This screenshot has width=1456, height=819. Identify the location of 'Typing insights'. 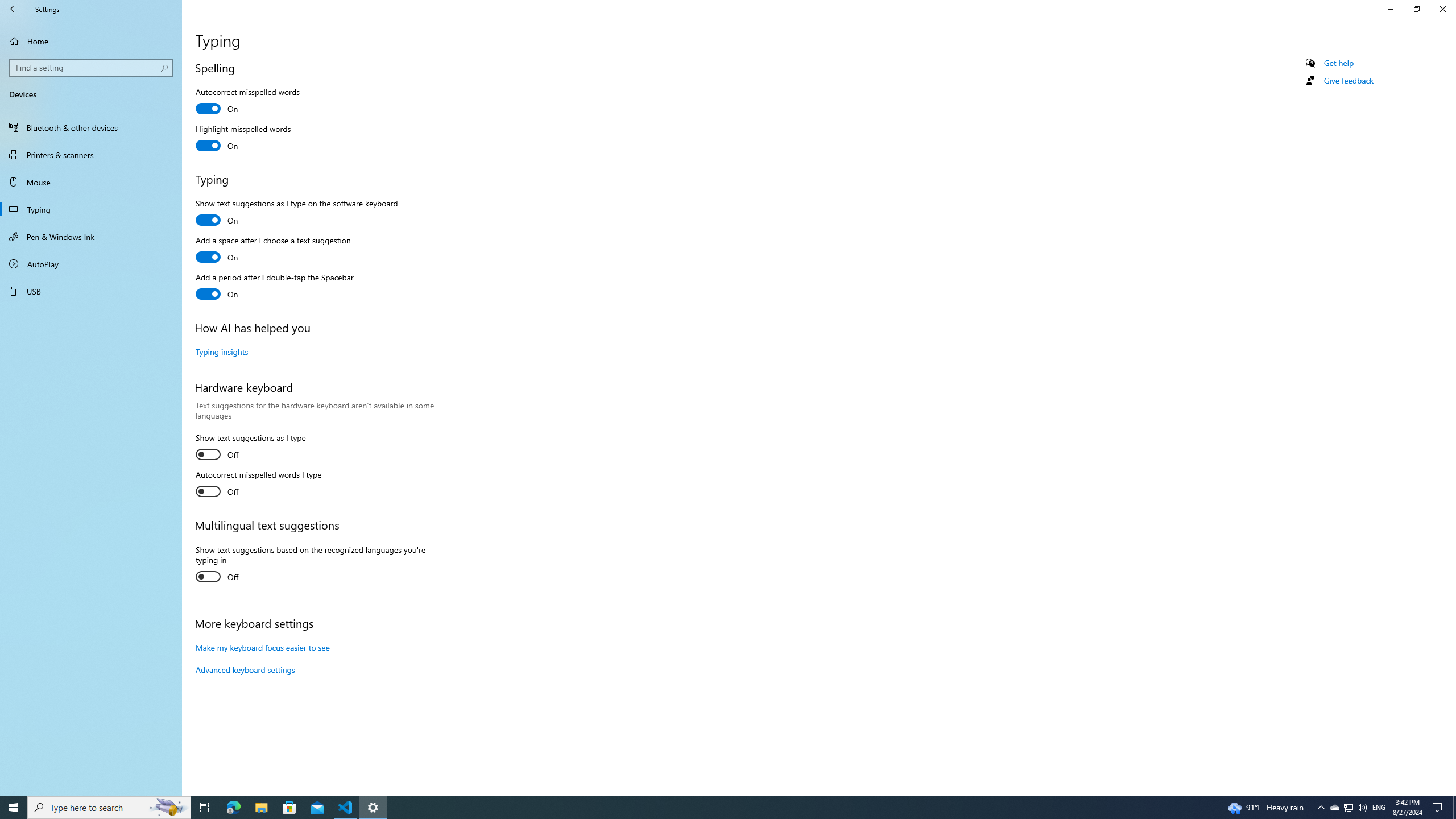
(222, 351).